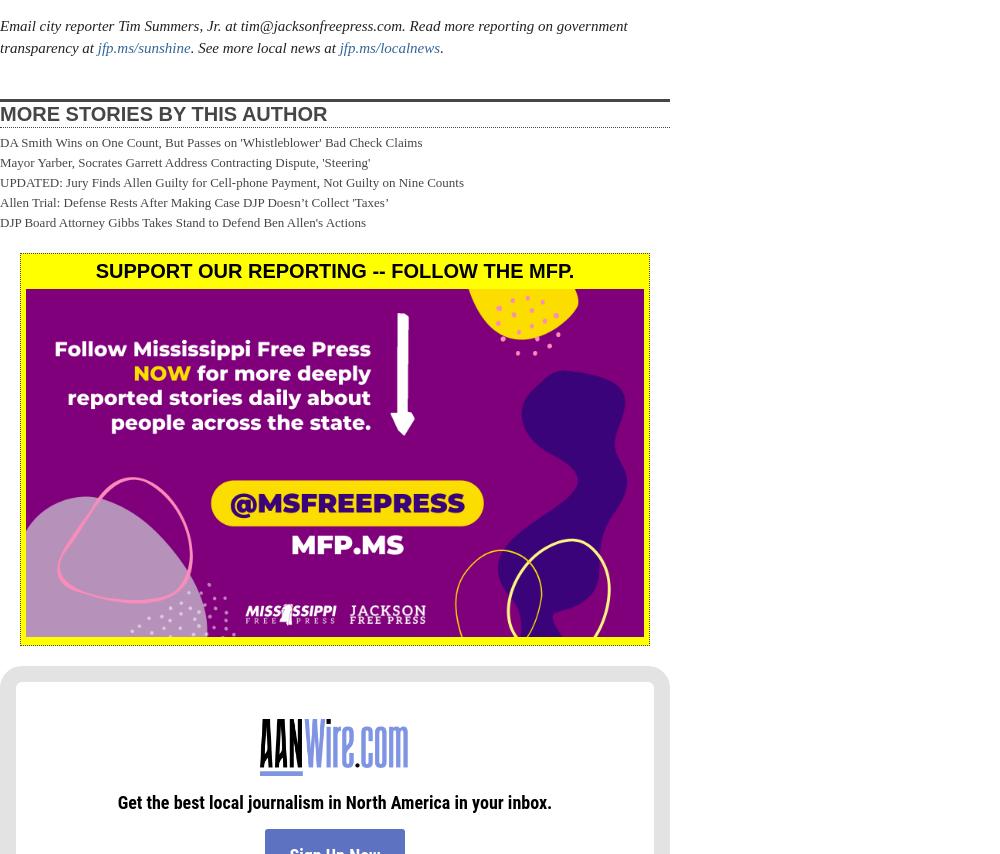 The height and width of the screenshot is (854, 1000). What do you see at coordinates (183, 222) in the screenshot?
I see `'DJP Board Attorney Gibbs Takes Stand to Defend Ben Allen's Actions'` at bounding box center [183, 222].